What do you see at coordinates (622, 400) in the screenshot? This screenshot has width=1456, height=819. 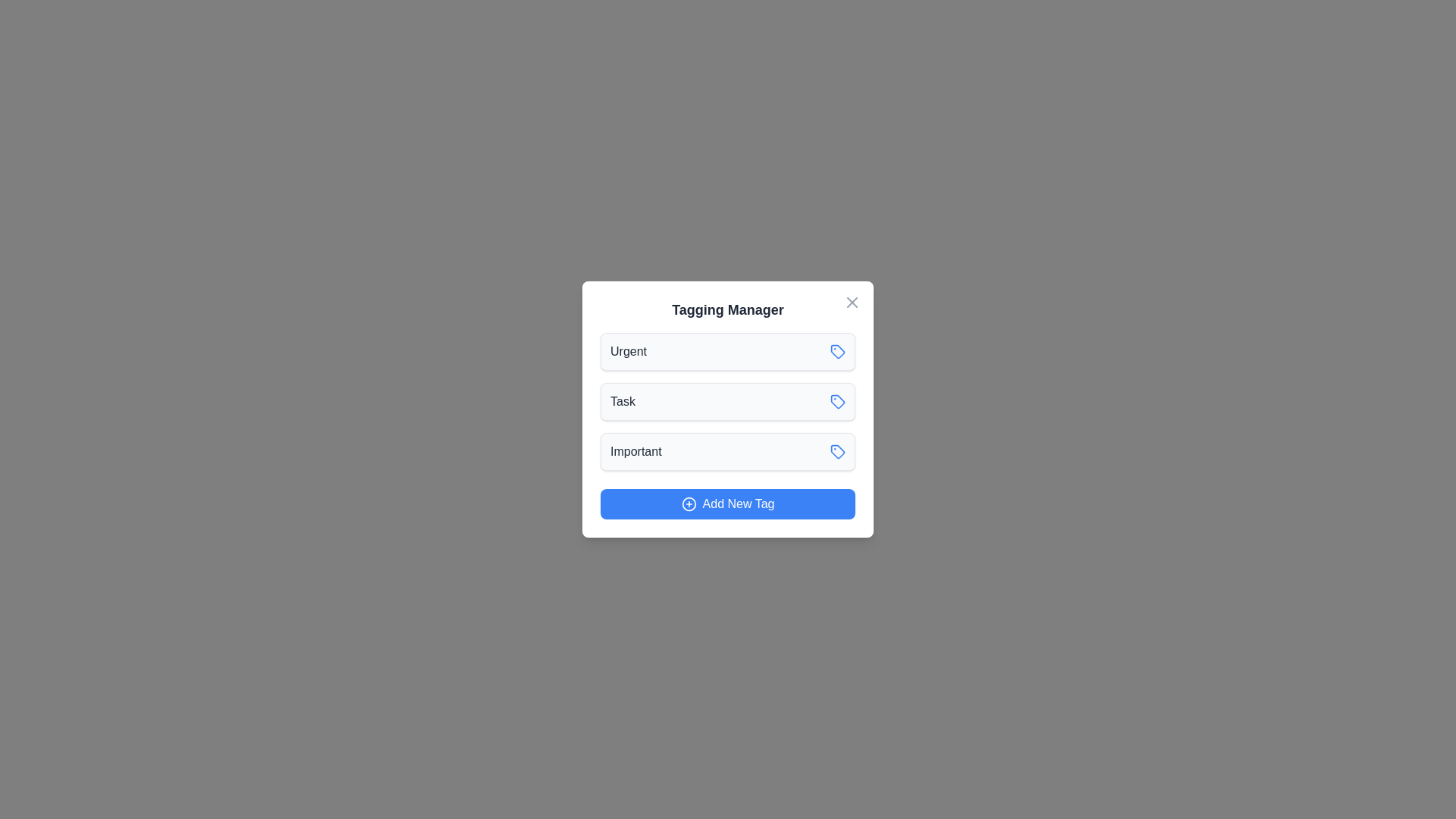 I see `the text of the tag Task` at bounding box center [622, 400].